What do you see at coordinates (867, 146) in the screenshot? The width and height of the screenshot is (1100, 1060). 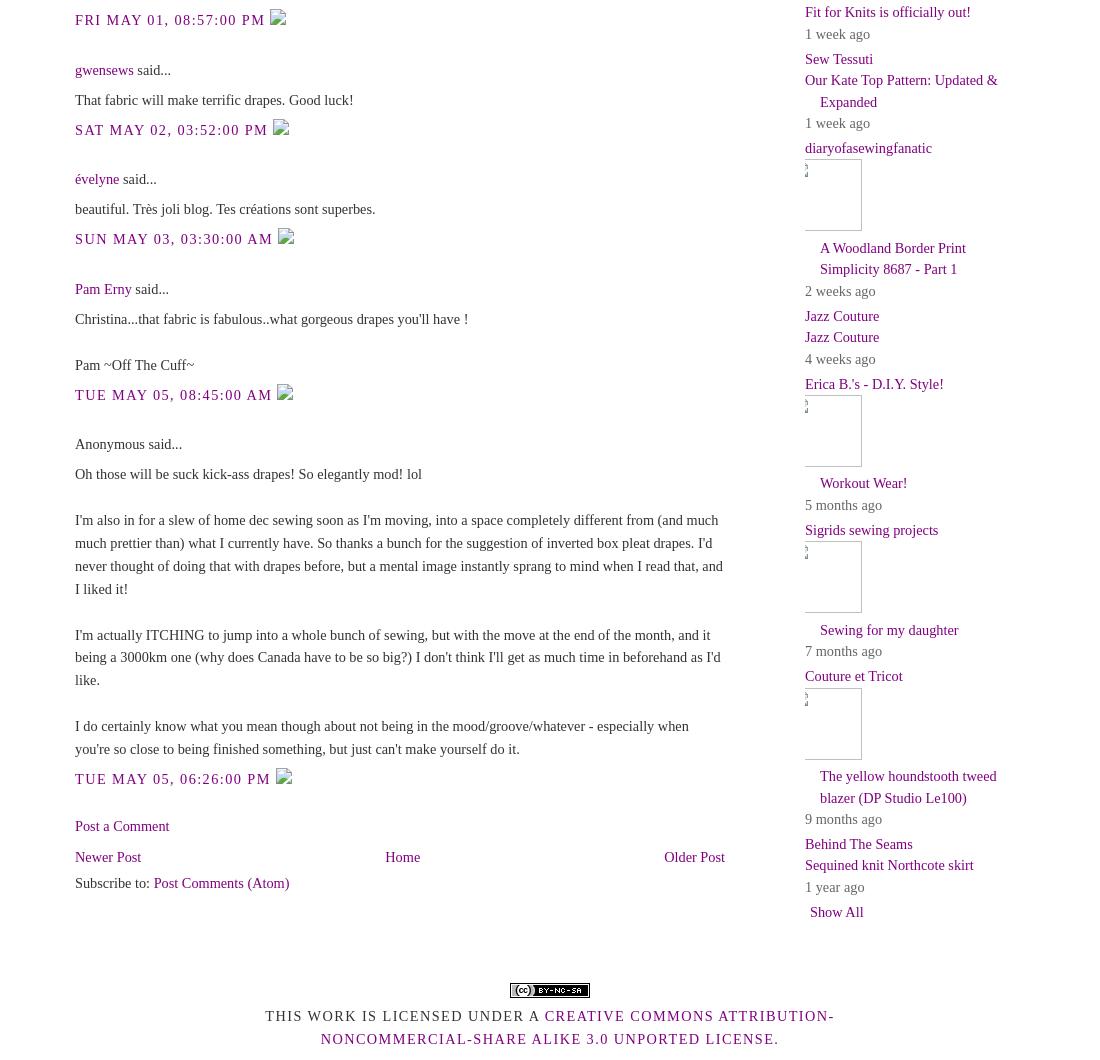 I see `'diaryofasewingfanatic'` at bounding box center [867, 146].